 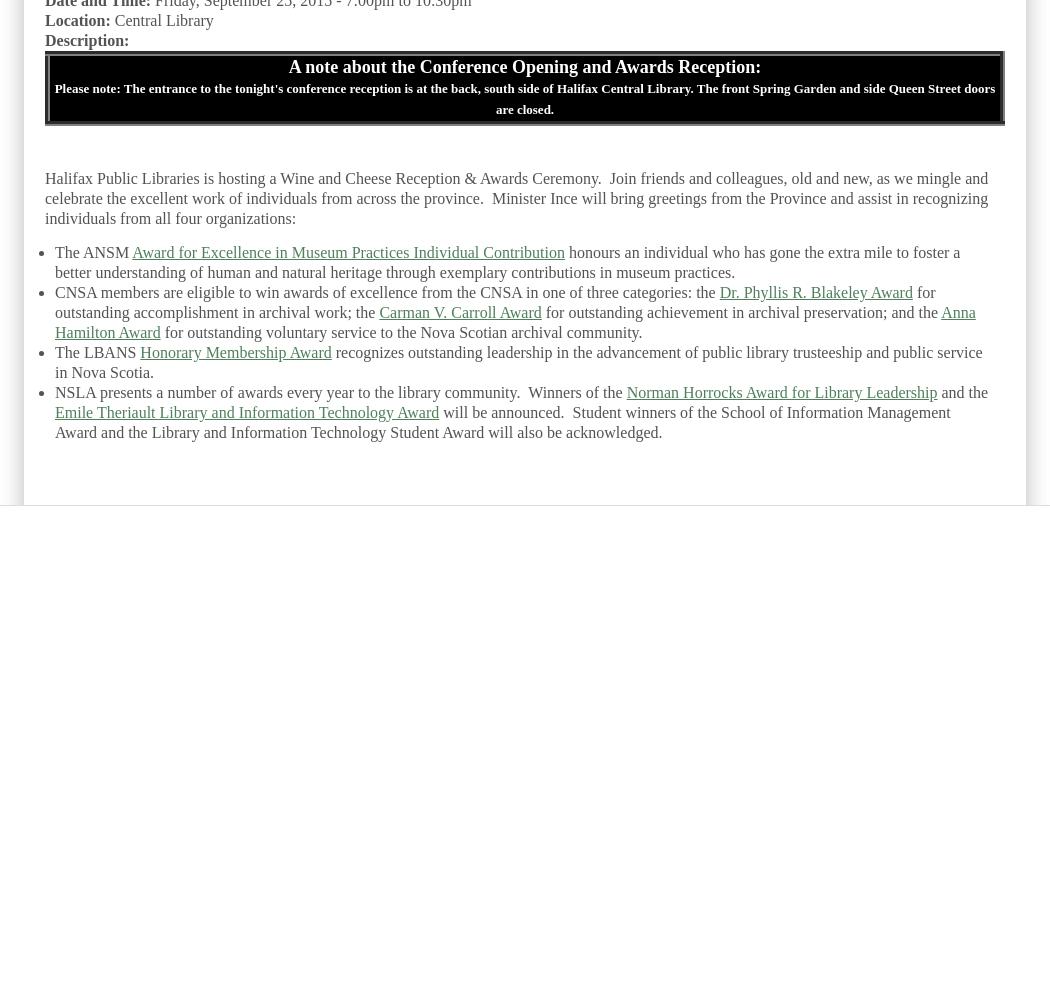 What do you see at coordinates (97, 350) in the screenshot?
I see `'The LBANS'` at bounding box center [97, 350].